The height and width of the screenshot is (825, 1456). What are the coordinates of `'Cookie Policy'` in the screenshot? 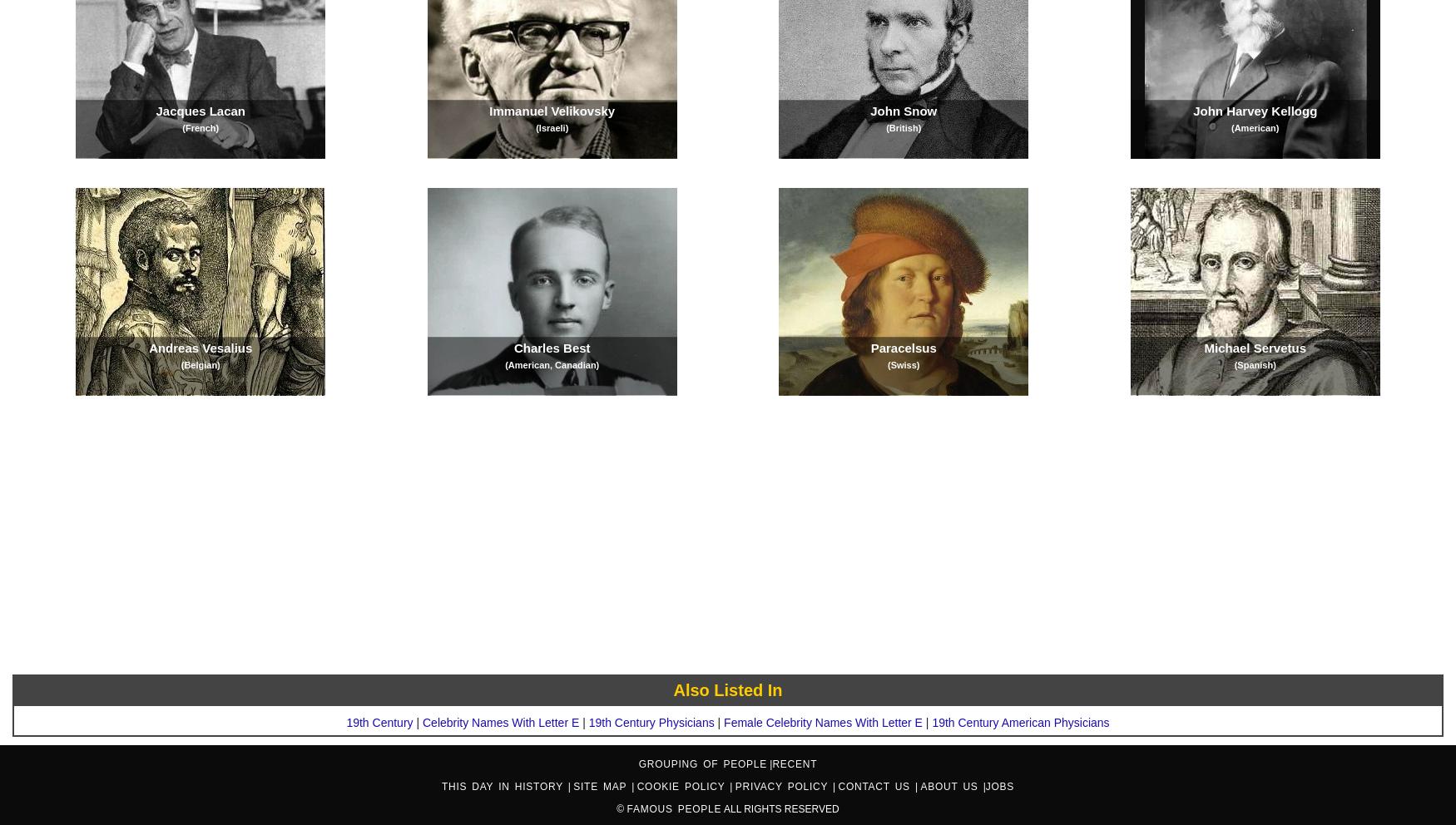 It's located at (682, 785).